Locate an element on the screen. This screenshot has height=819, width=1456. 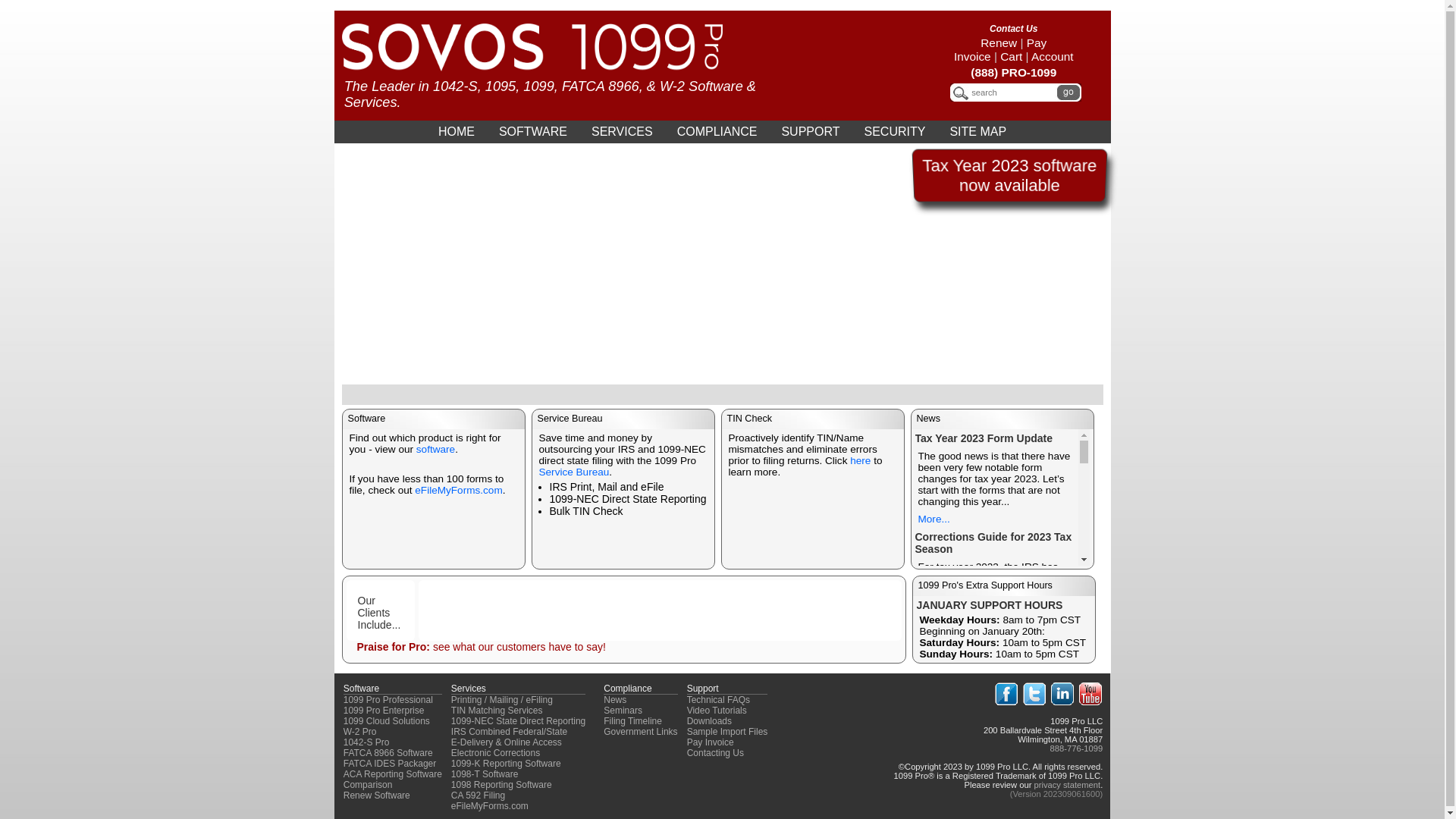
'Software' is located at coordinates (360, 688).